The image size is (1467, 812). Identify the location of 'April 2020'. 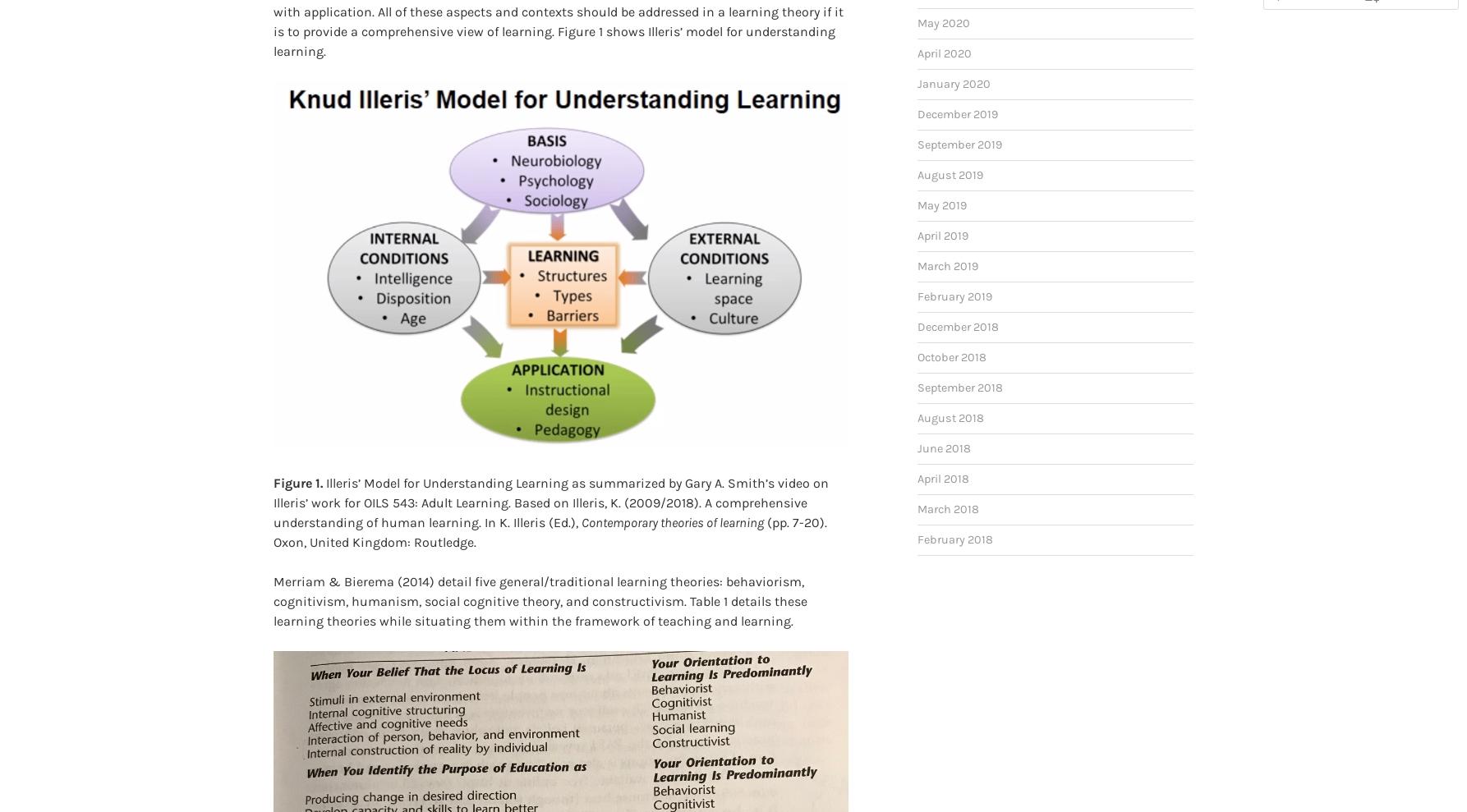
(944, 26).